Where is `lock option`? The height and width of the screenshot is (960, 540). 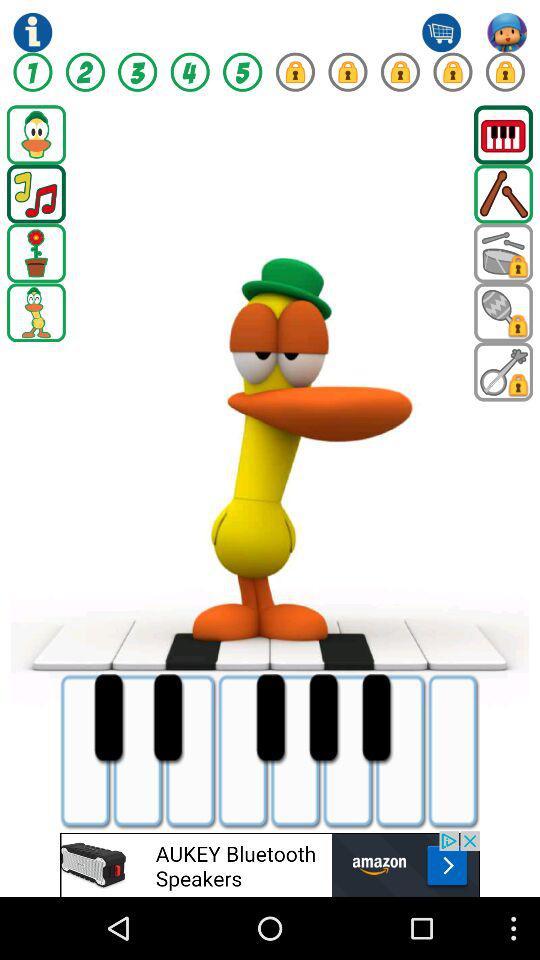
lock option is located at coordinates (452, 72).